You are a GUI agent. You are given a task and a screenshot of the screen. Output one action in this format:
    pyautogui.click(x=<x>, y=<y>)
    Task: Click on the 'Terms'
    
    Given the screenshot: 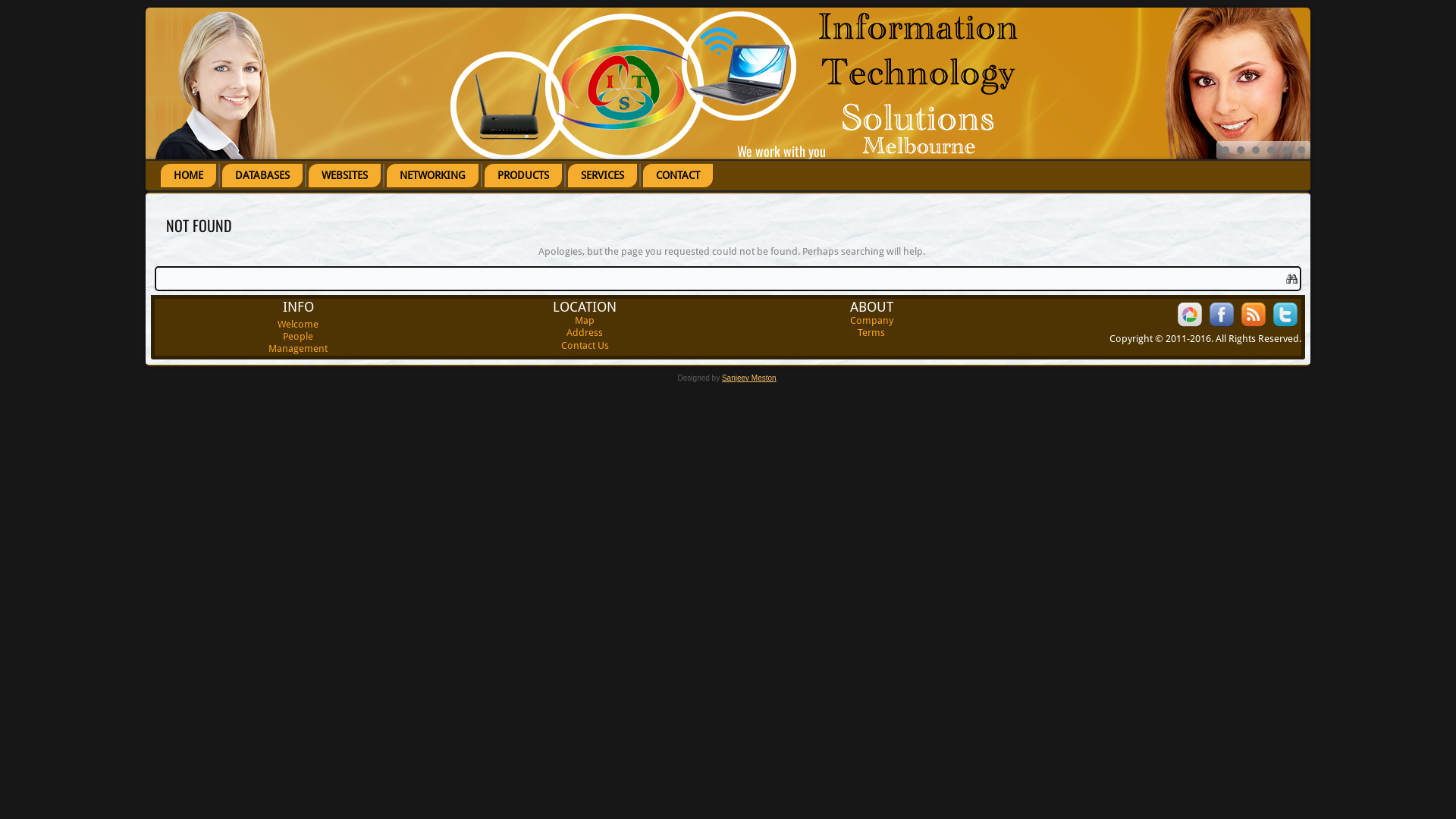 What is the action you would take?
    pyautogui.click(x=871, y=331)
    